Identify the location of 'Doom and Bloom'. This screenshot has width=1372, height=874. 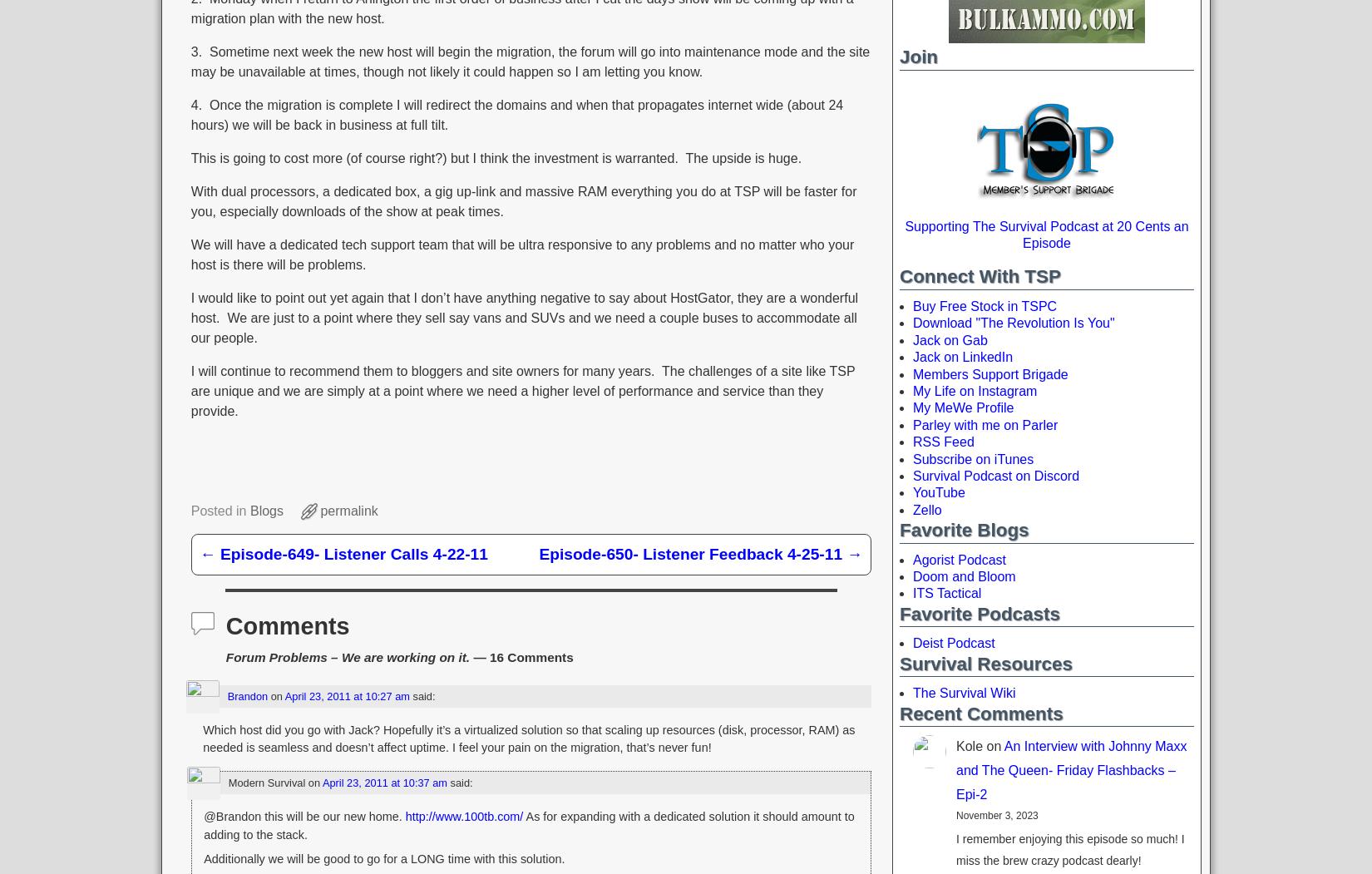
(964, 575).